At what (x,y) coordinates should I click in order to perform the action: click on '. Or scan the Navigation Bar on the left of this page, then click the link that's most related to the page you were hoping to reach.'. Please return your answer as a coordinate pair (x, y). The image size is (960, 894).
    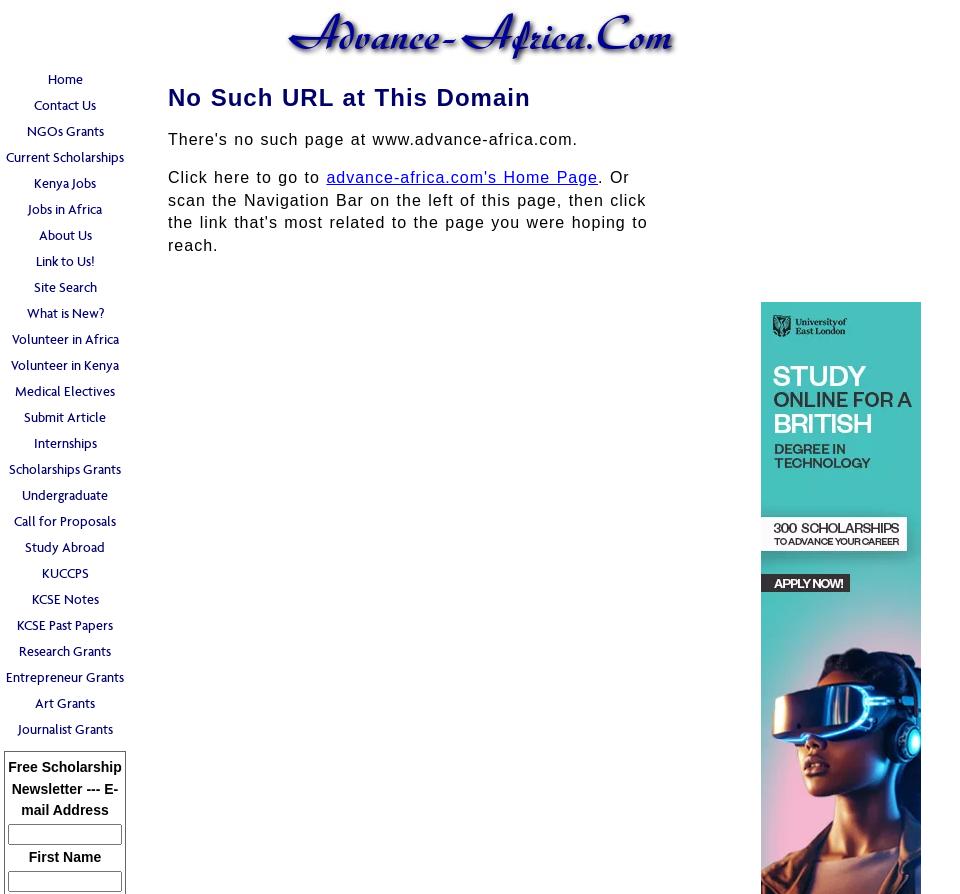
    Looking at the image, I should click on (167, 210).